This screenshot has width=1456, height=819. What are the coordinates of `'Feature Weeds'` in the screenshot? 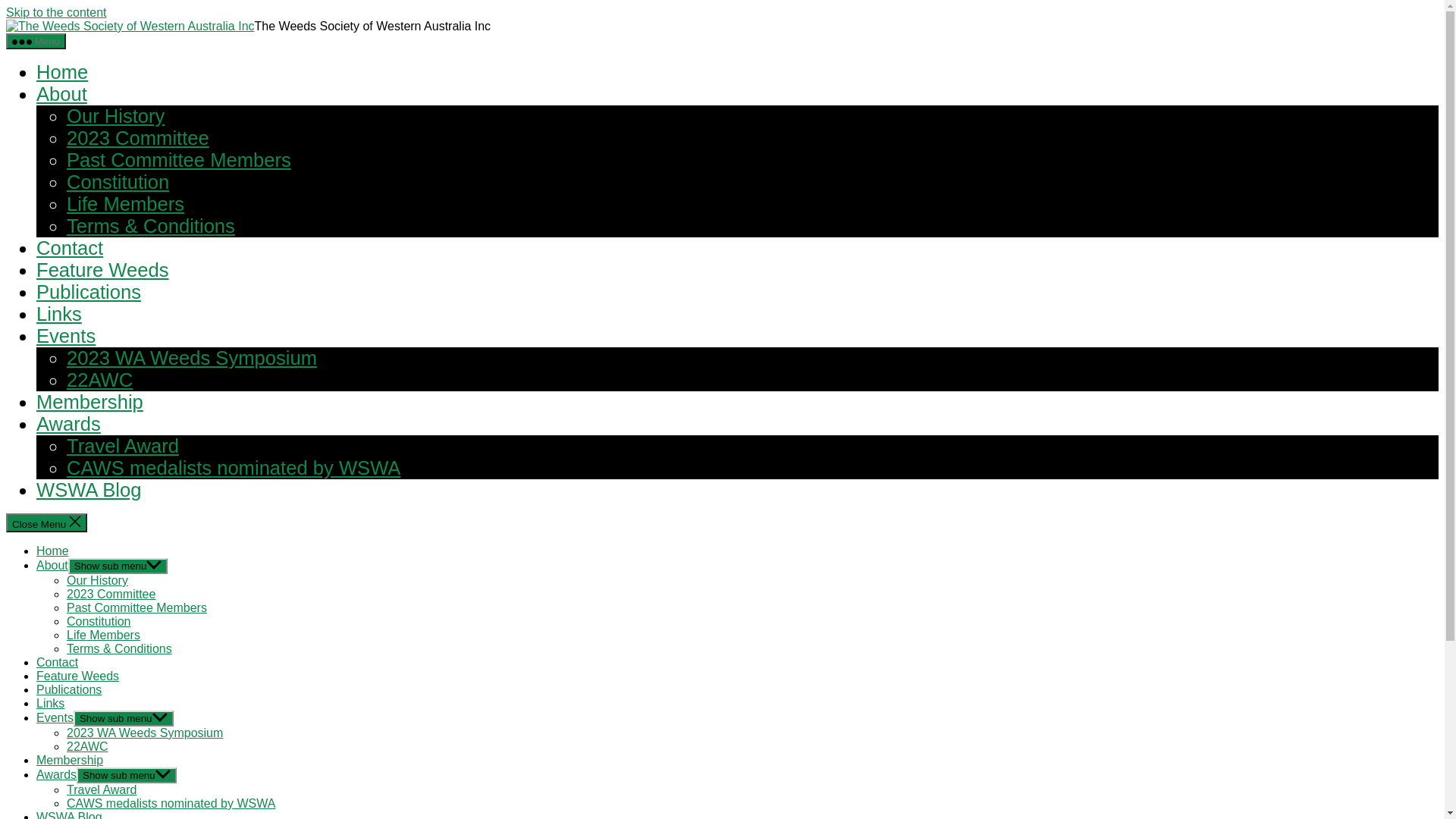 It's located at (102, 268).